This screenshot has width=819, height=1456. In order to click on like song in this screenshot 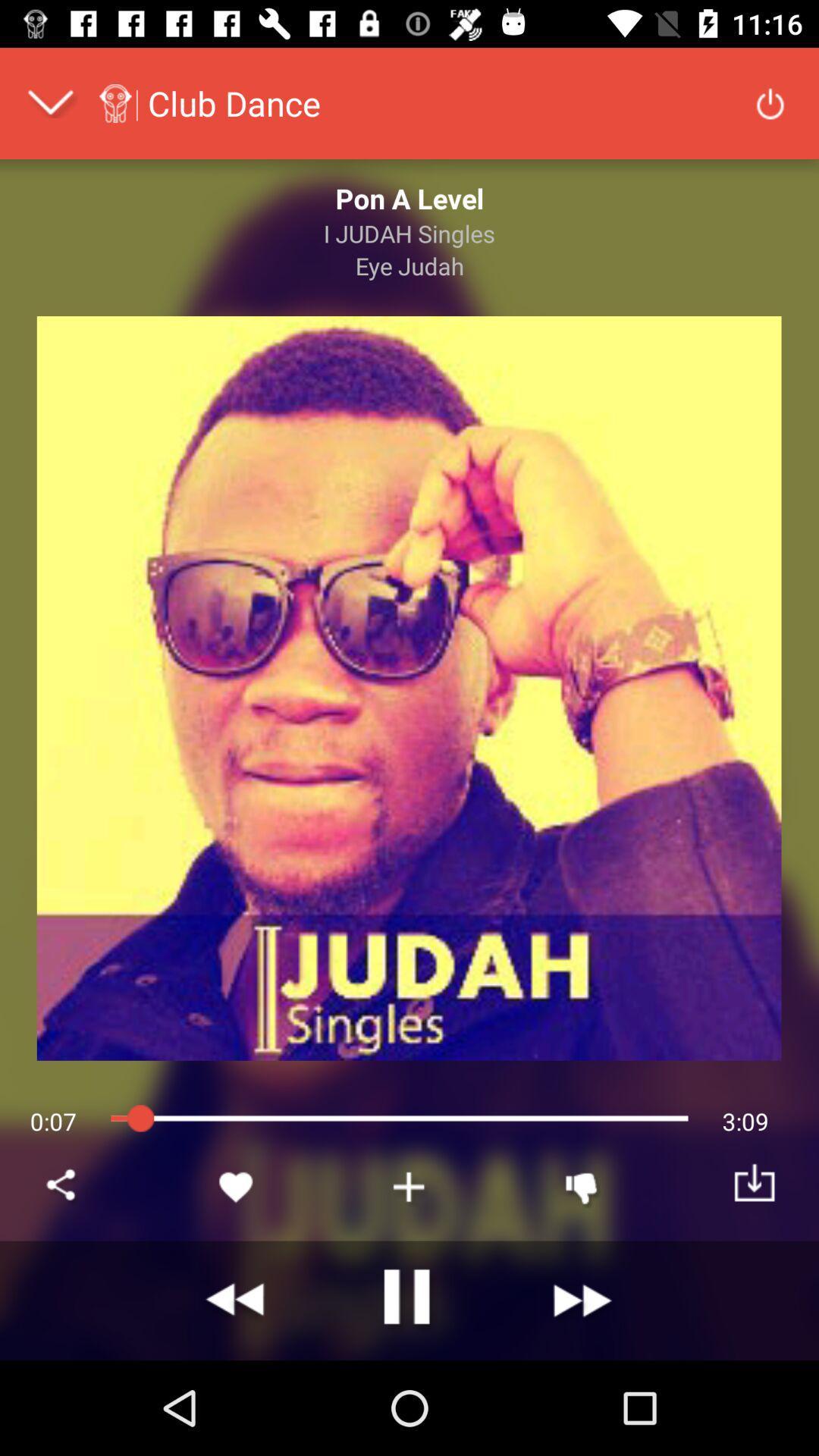, I will do `click(237, 1186)`.